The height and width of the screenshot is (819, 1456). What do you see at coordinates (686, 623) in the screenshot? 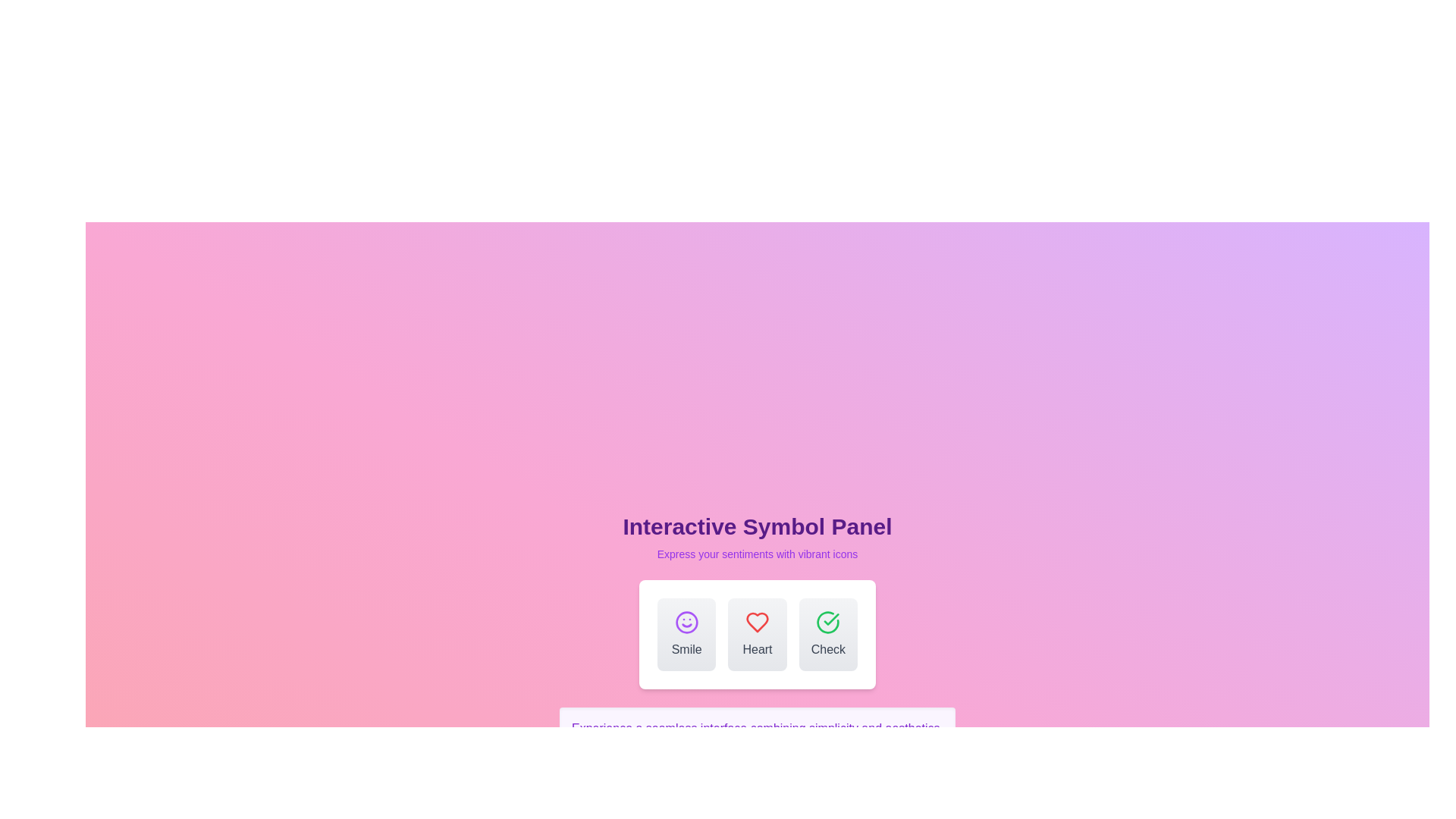
I see `the smiley face icon within the 'Interactive Symbol Panel' which is represented by the SVG graphical element` at bounding box center [686, 623].